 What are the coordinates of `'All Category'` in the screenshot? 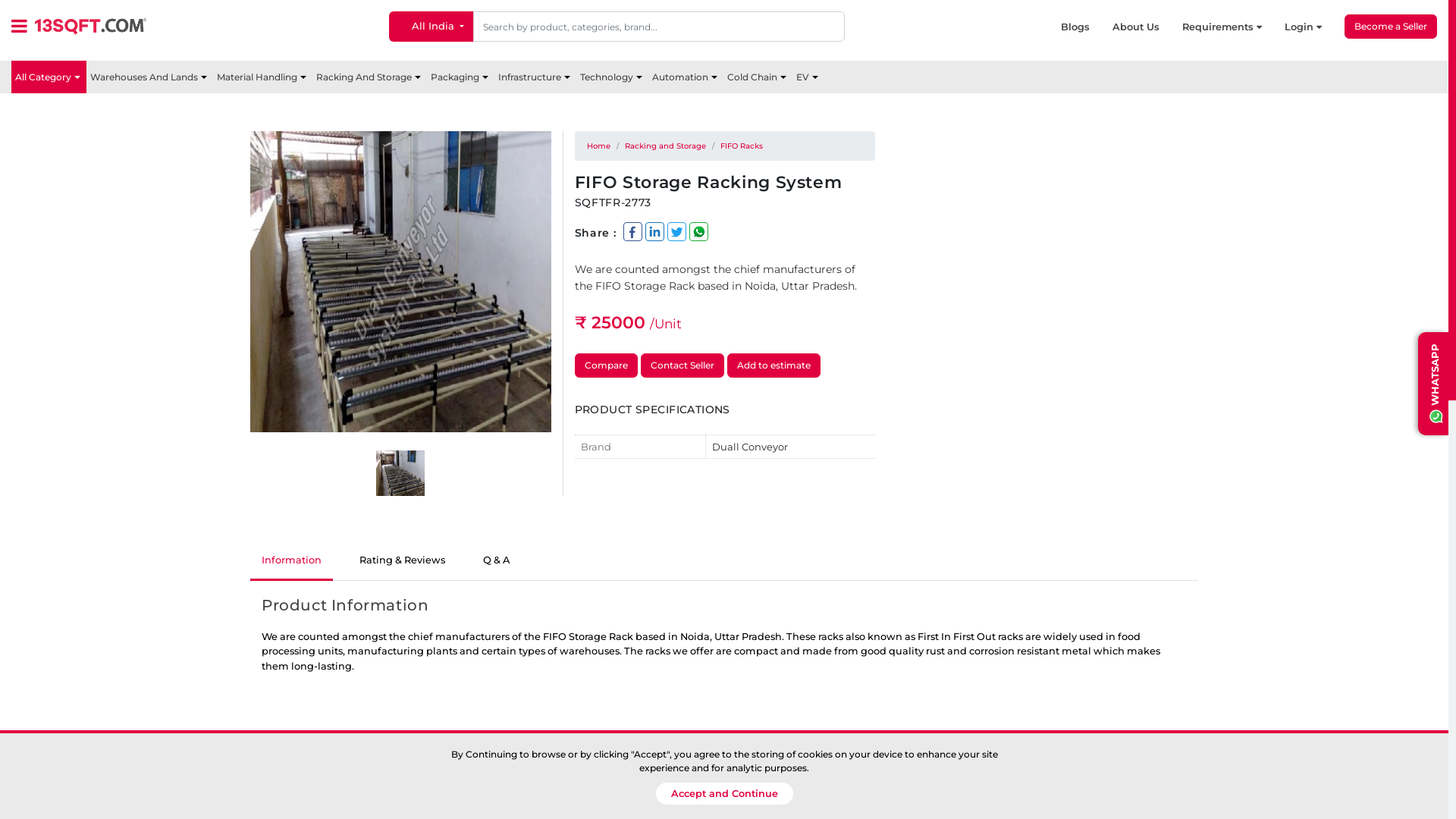 It's located at (49, 77).